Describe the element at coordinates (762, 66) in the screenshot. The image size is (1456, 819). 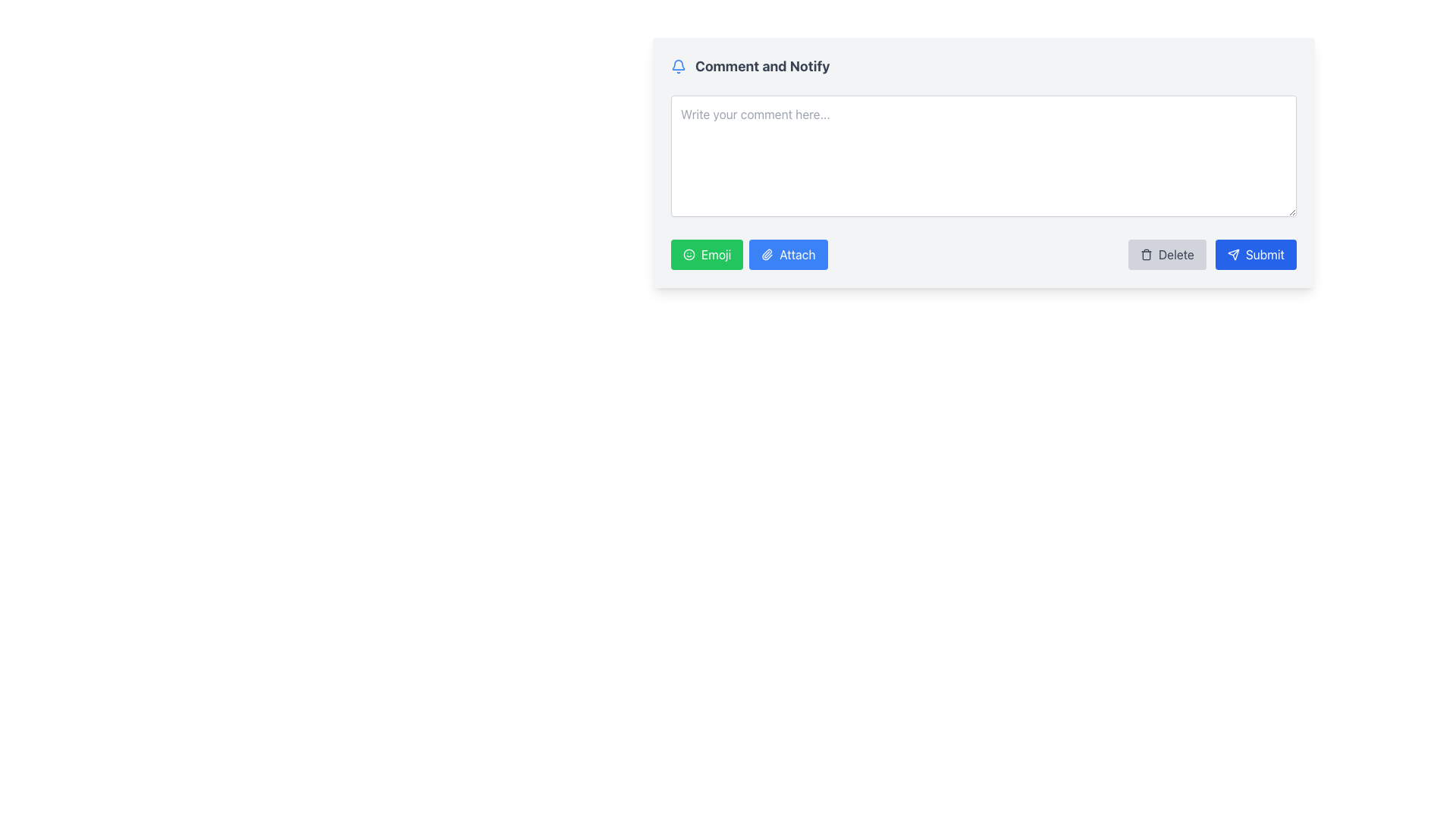
I see `the Text Label reading 'Comment and Notify', which is bold, medium-sized, and dark gray, located in the upper section of the comment interface` at that location.